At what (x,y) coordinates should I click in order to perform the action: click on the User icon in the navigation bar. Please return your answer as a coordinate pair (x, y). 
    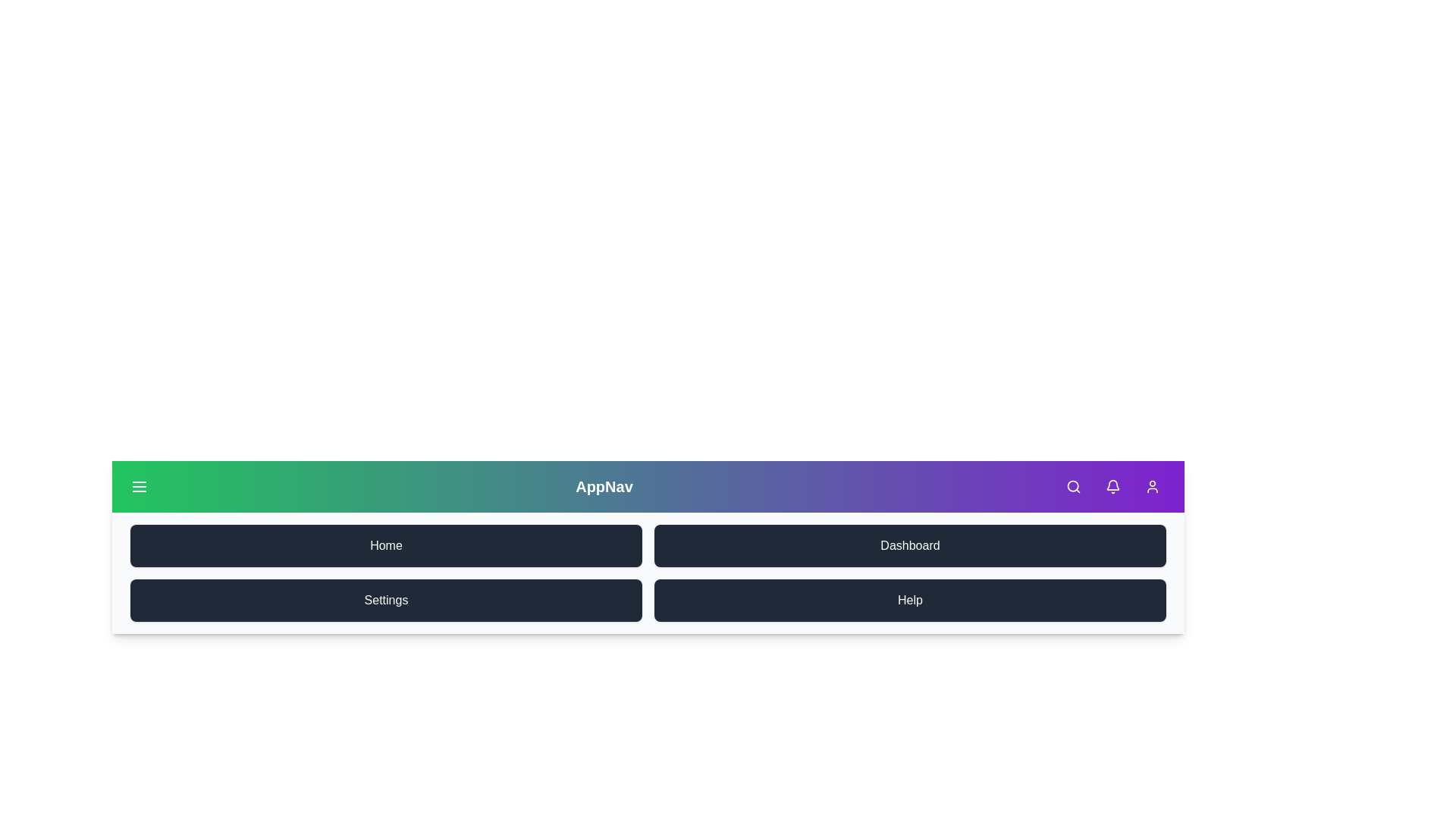
    Looking at the image, I should click on (1153, 486).